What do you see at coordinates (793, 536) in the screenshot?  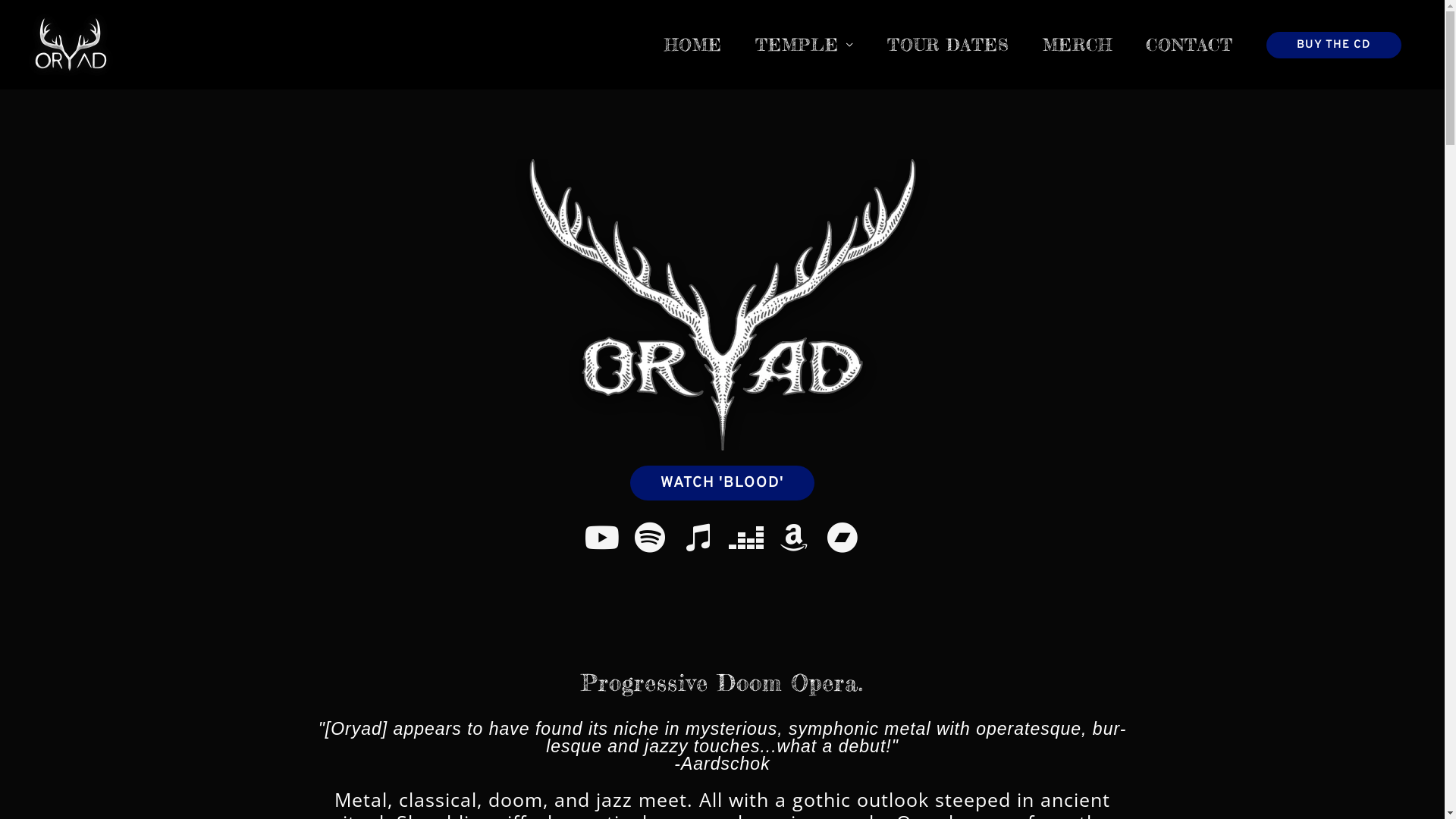 I see `'Amazon'` at bounding box center [793, 536].